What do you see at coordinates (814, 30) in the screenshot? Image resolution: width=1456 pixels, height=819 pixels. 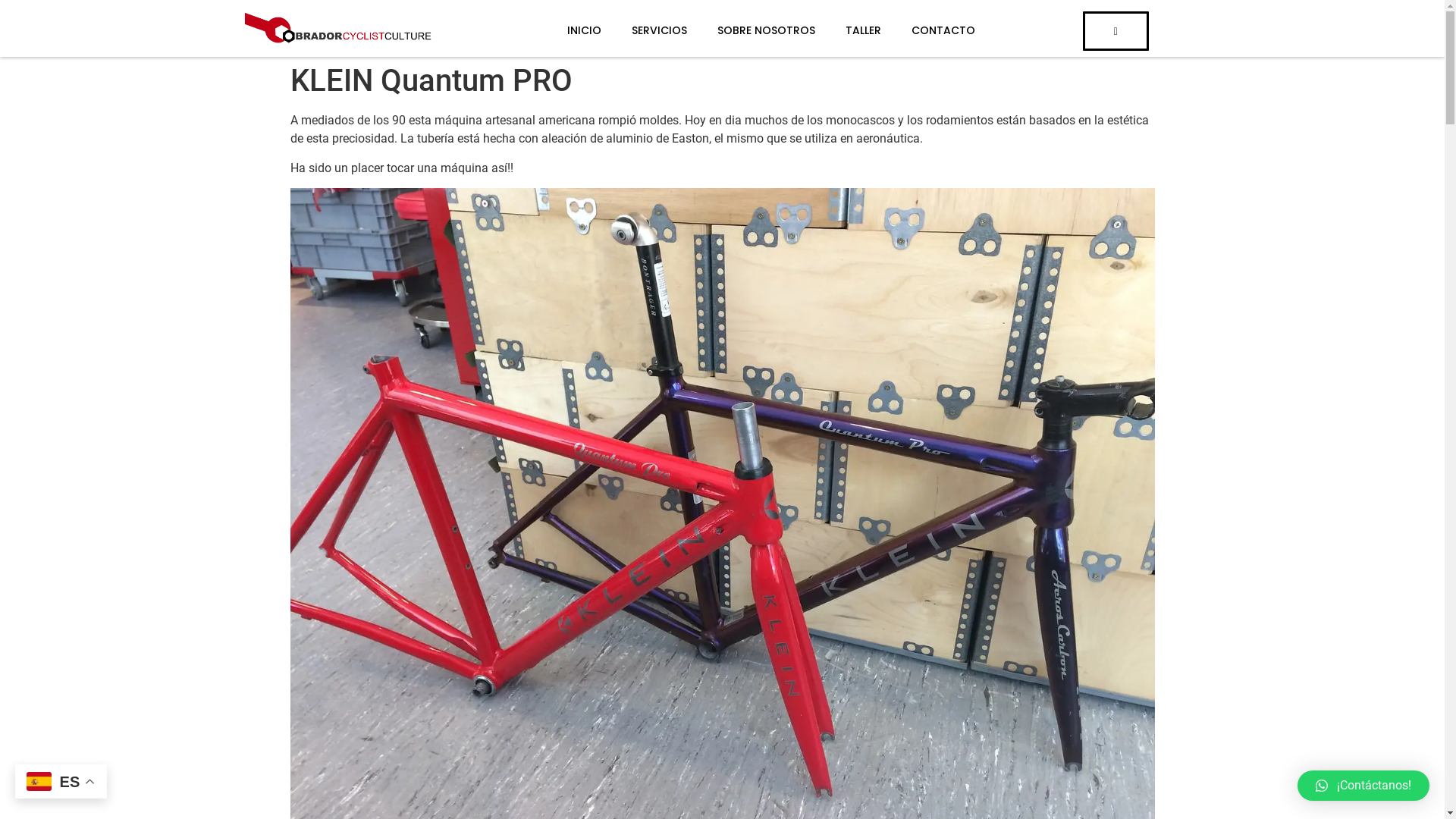 I see `'TALLER'` at bounding box center [814, 30].